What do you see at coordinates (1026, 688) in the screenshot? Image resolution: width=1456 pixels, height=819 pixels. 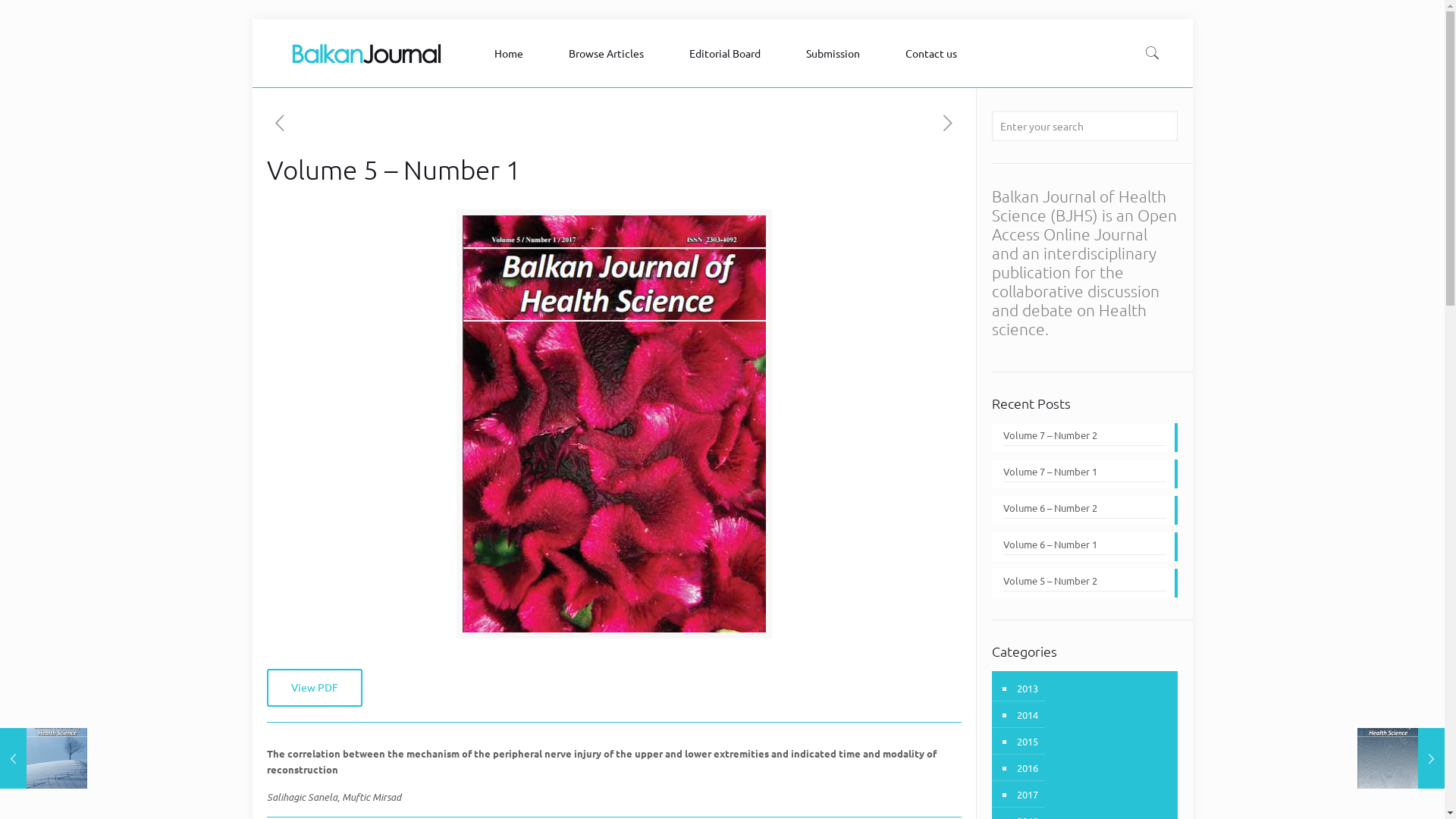 I see `'2013'` at bounding box center [1026, 688].